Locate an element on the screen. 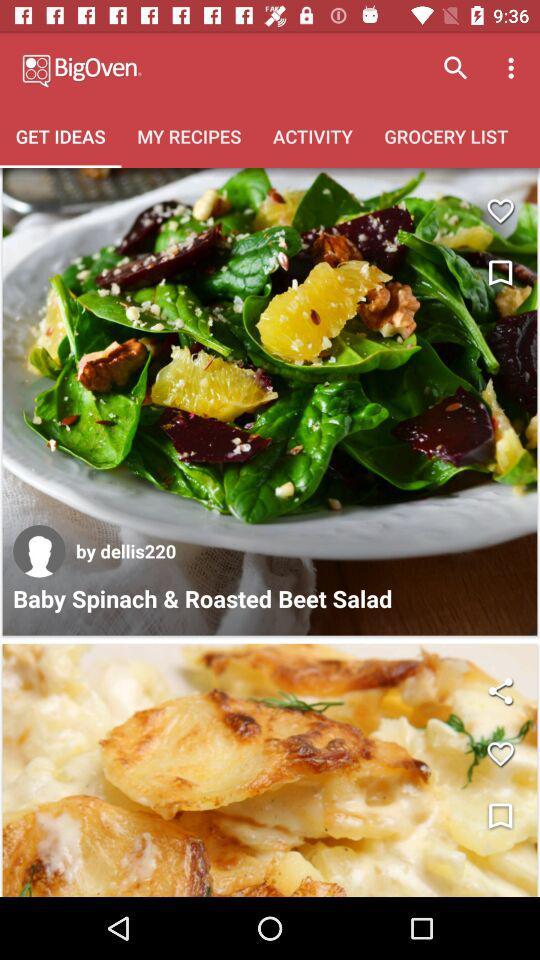  the favorite one is located at coordinates (499, 211).